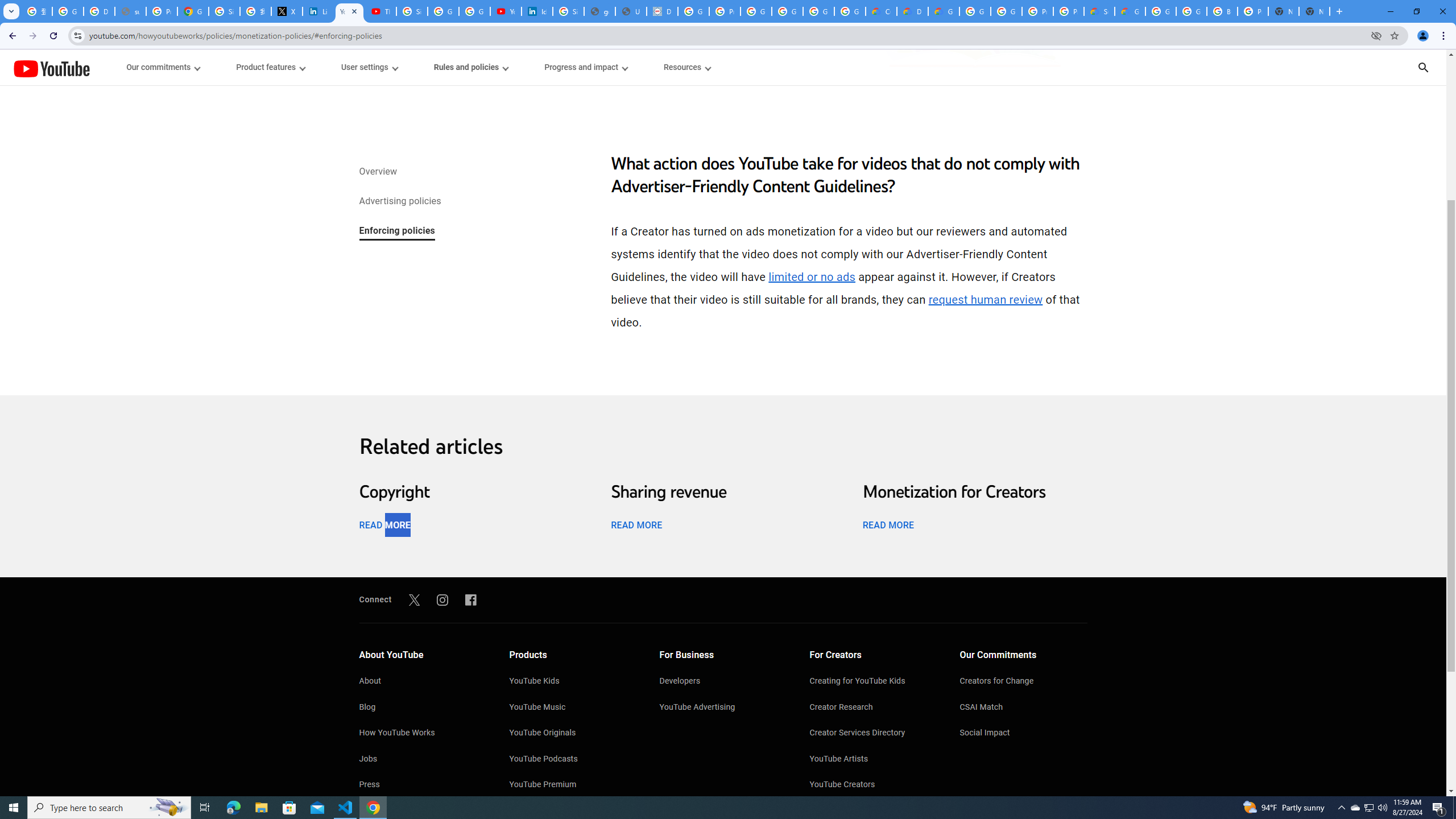  Describe the element at coordinates (573, 734) in the screenshot. I see `'YouTube Originals'` at that location.